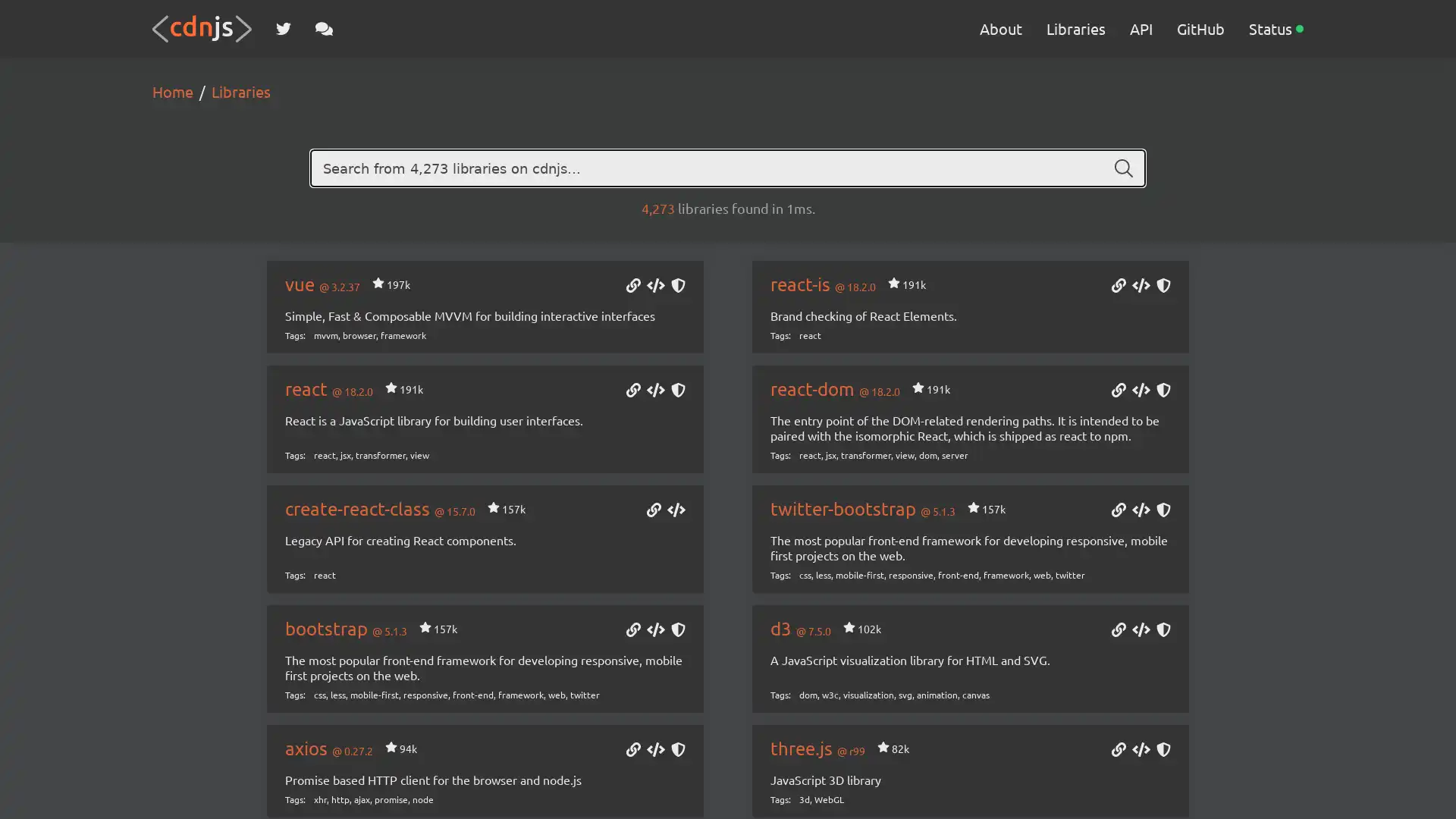 This screenshot has width=1456, height=819. I want to click on Copy SRI Hash, so click(1163, 631).